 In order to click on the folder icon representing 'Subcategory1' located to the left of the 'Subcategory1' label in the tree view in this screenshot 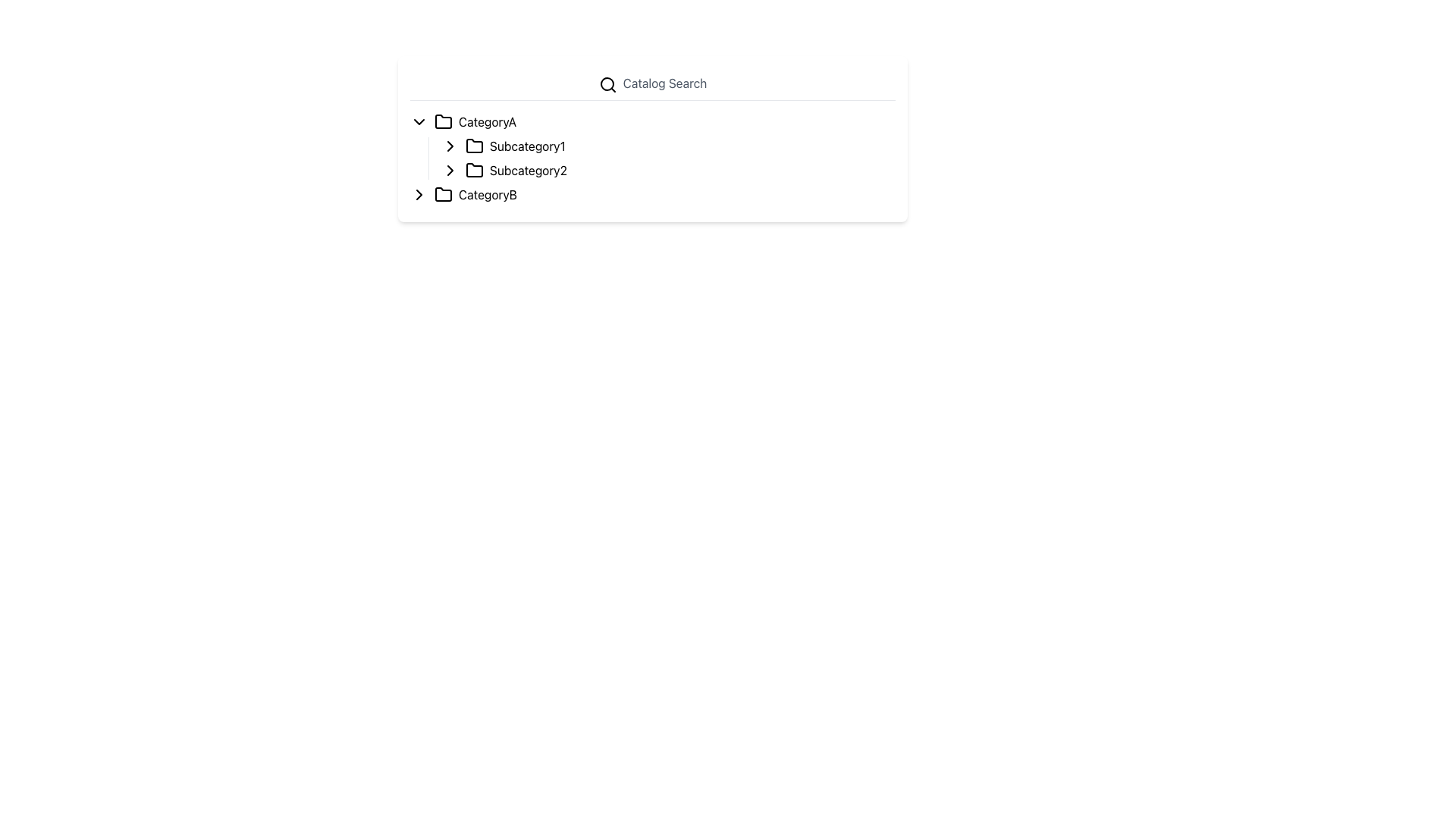, I will do `click(473, 146)`.